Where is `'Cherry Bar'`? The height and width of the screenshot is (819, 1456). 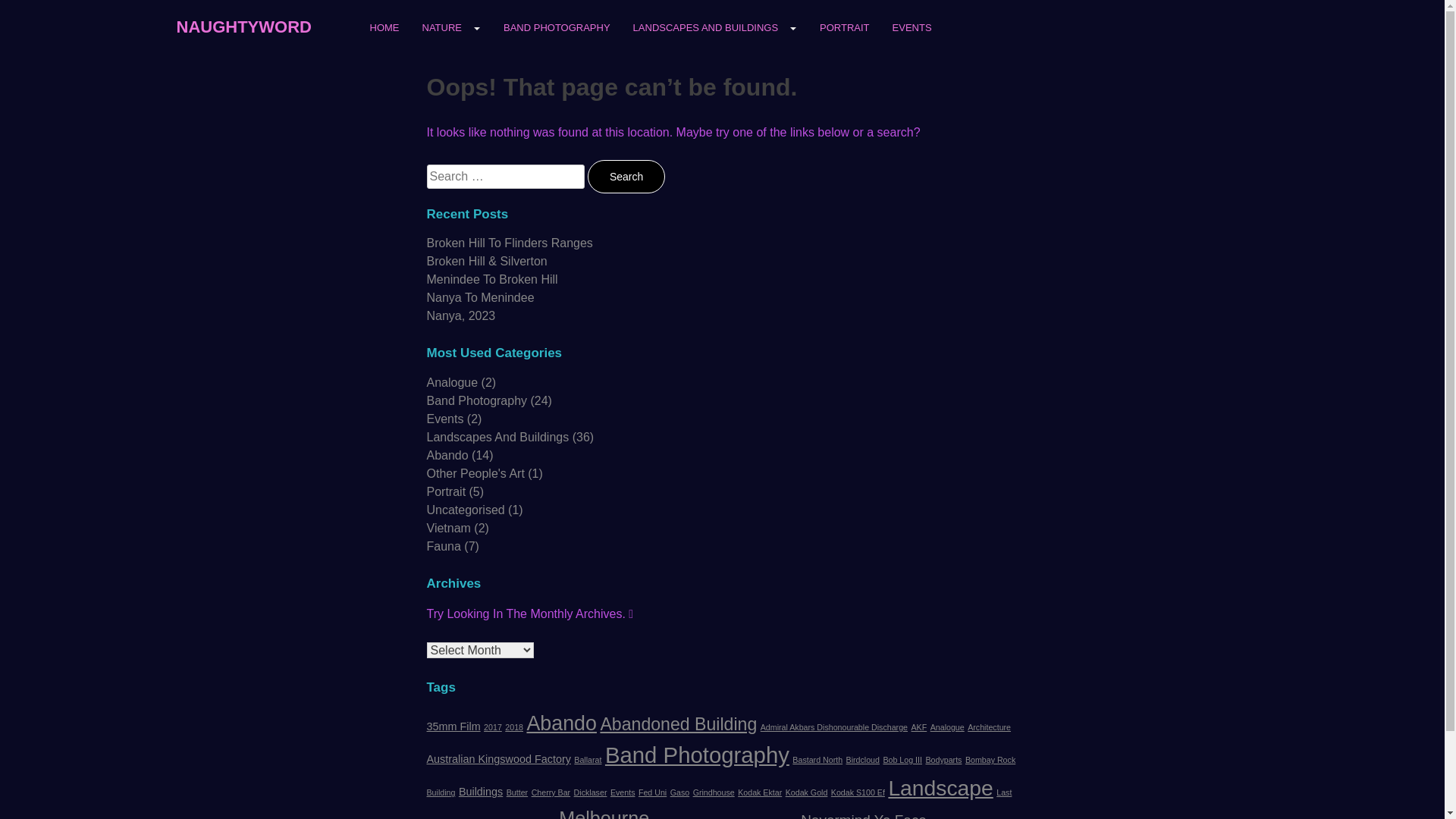
'Cherry Bar' is located at coordinates (531, 792).